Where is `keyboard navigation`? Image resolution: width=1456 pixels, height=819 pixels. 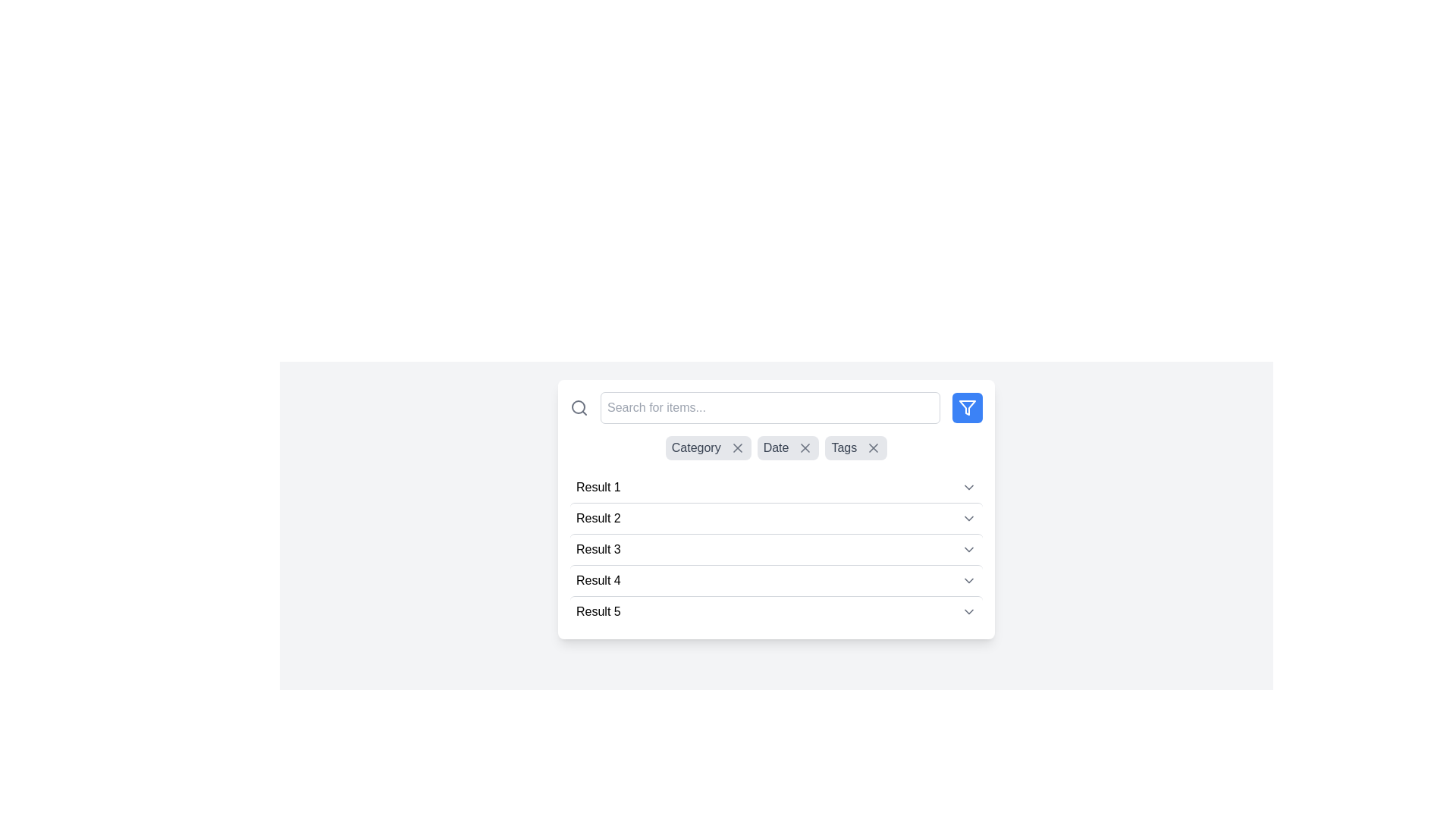
keyboard navigation is located at coordinates (598, 580).